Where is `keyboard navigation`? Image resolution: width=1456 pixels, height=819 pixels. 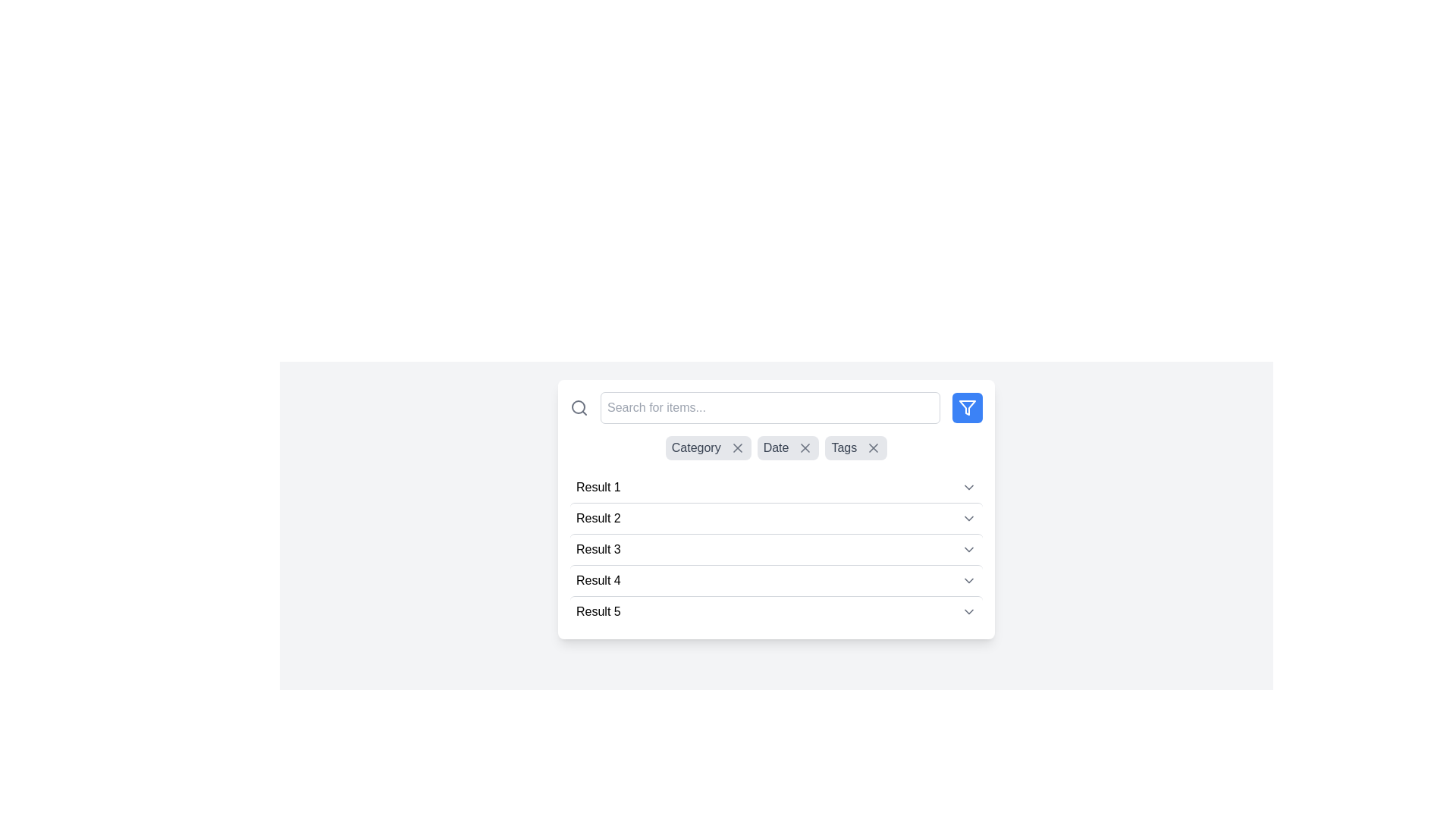
keyboard navigation is located at coordinates (598, 580).